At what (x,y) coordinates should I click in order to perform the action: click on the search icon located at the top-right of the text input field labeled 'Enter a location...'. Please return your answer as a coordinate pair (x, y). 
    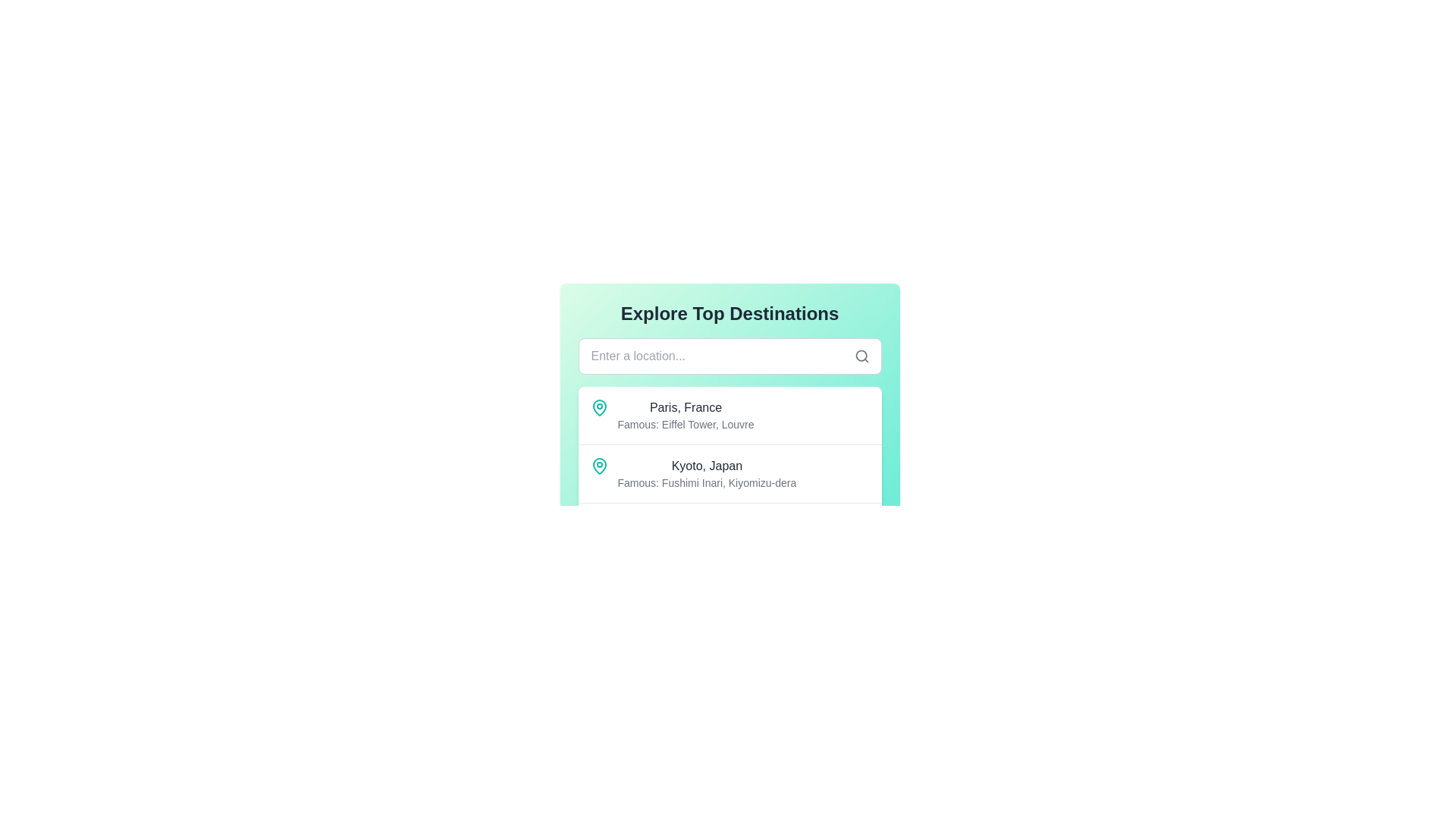
    Looking at the image, I should click on (861, 356).